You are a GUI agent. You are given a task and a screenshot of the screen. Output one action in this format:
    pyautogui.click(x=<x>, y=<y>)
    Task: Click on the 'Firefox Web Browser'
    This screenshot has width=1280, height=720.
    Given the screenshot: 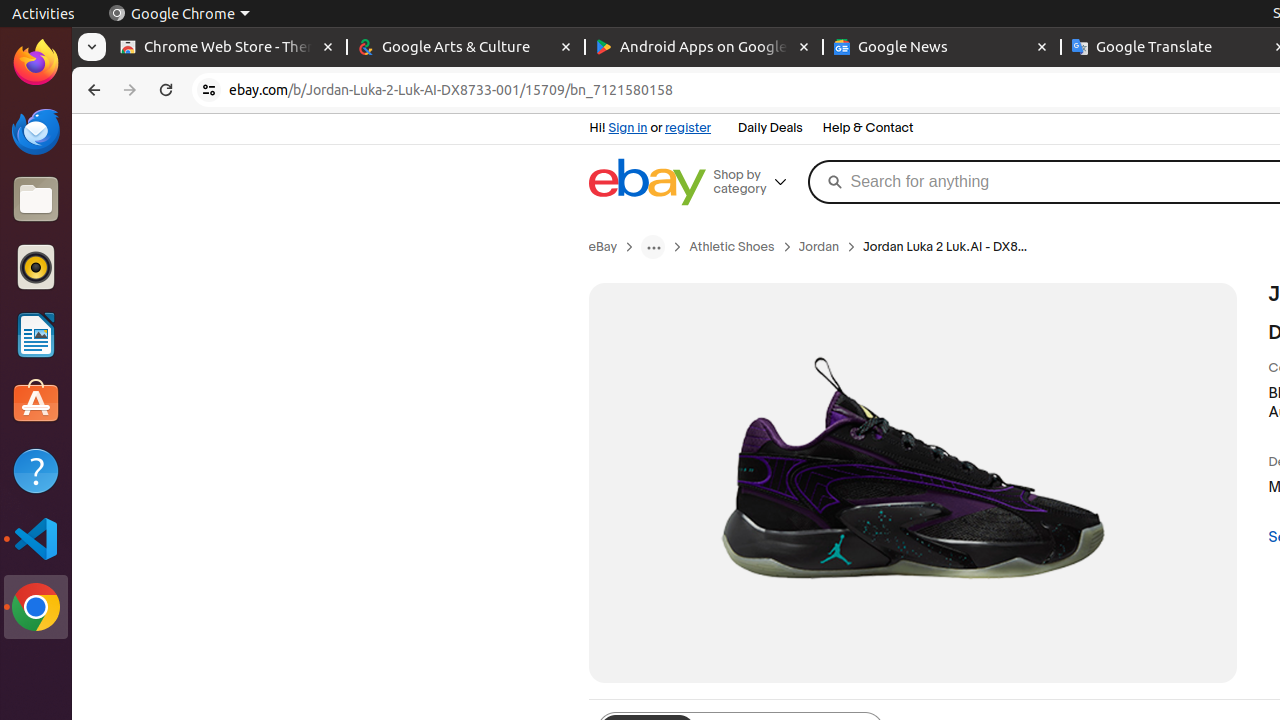 What is the action you would take?
    pyautogui.click(x=35, y=61)
    